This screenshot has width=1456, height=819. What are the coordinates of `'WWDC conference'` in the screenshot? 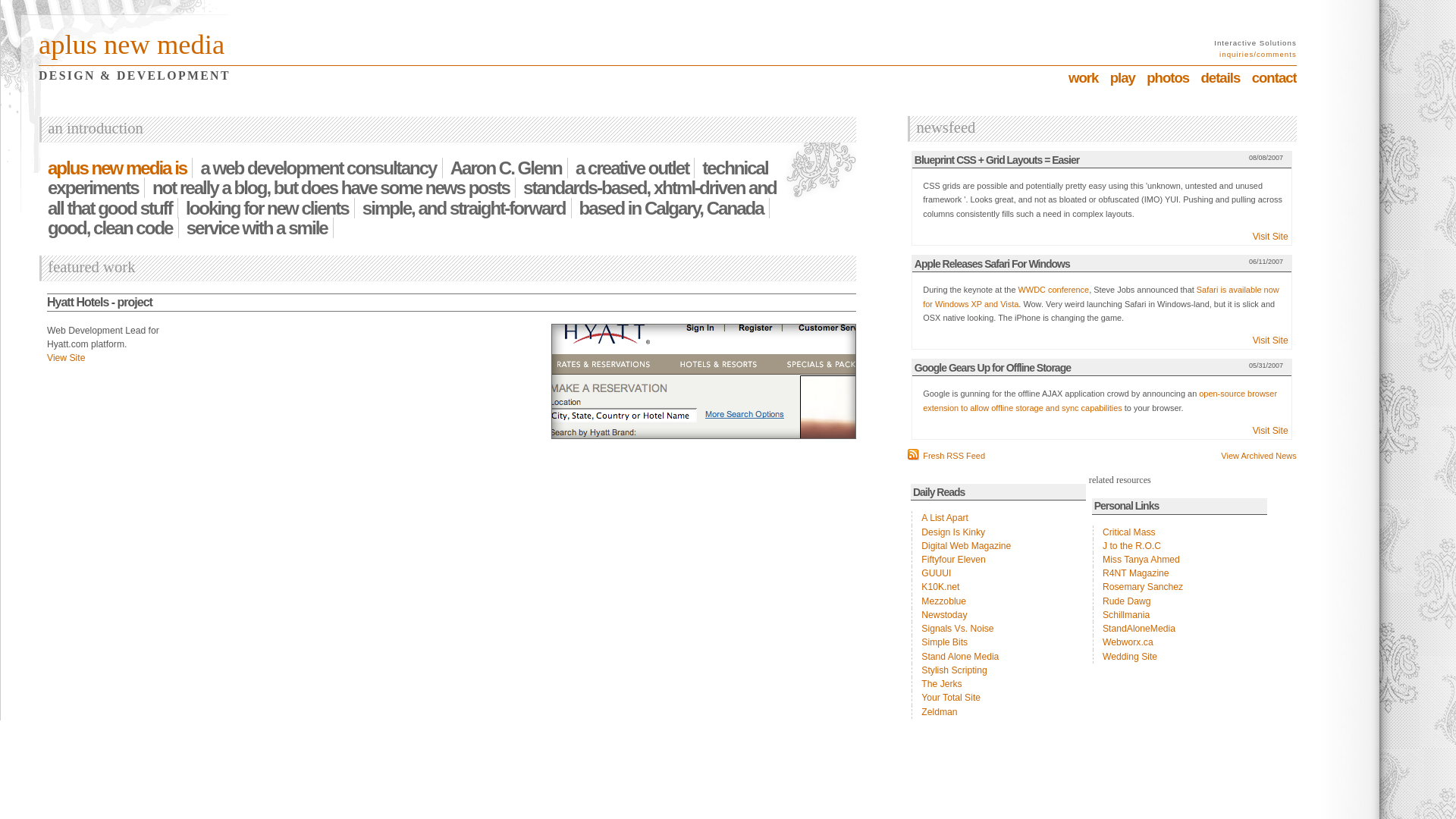 It's located at (1053, 289).